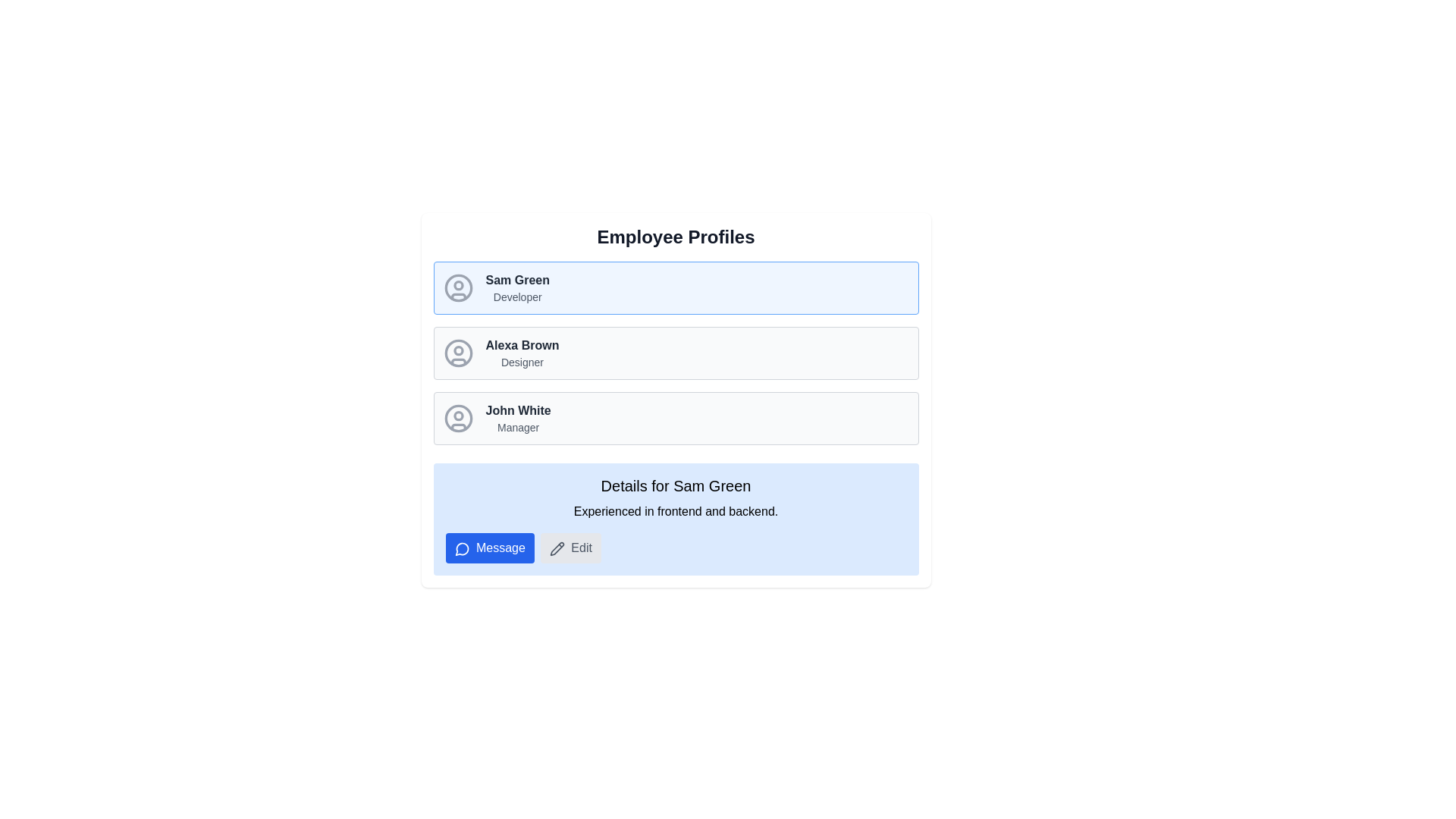  Describe the element at coordinates (457, 297) in the screenshot. I see `the stylized profile icon representing 'Sam Green' in the user profile interface` at that location.